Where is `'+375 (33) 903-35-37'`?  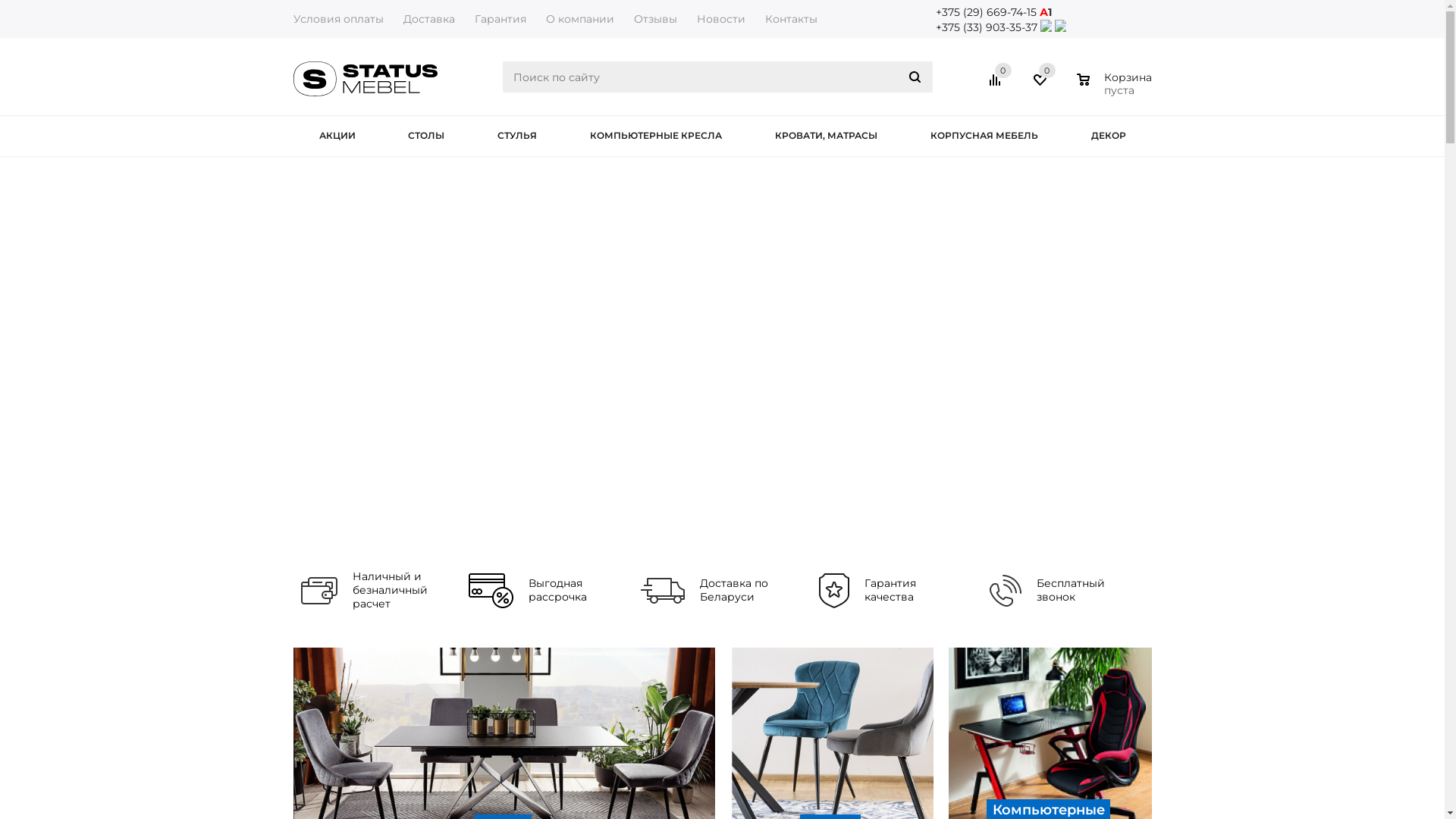 '+375 (33) 903-35-37' is located at coordinates (986, 27).